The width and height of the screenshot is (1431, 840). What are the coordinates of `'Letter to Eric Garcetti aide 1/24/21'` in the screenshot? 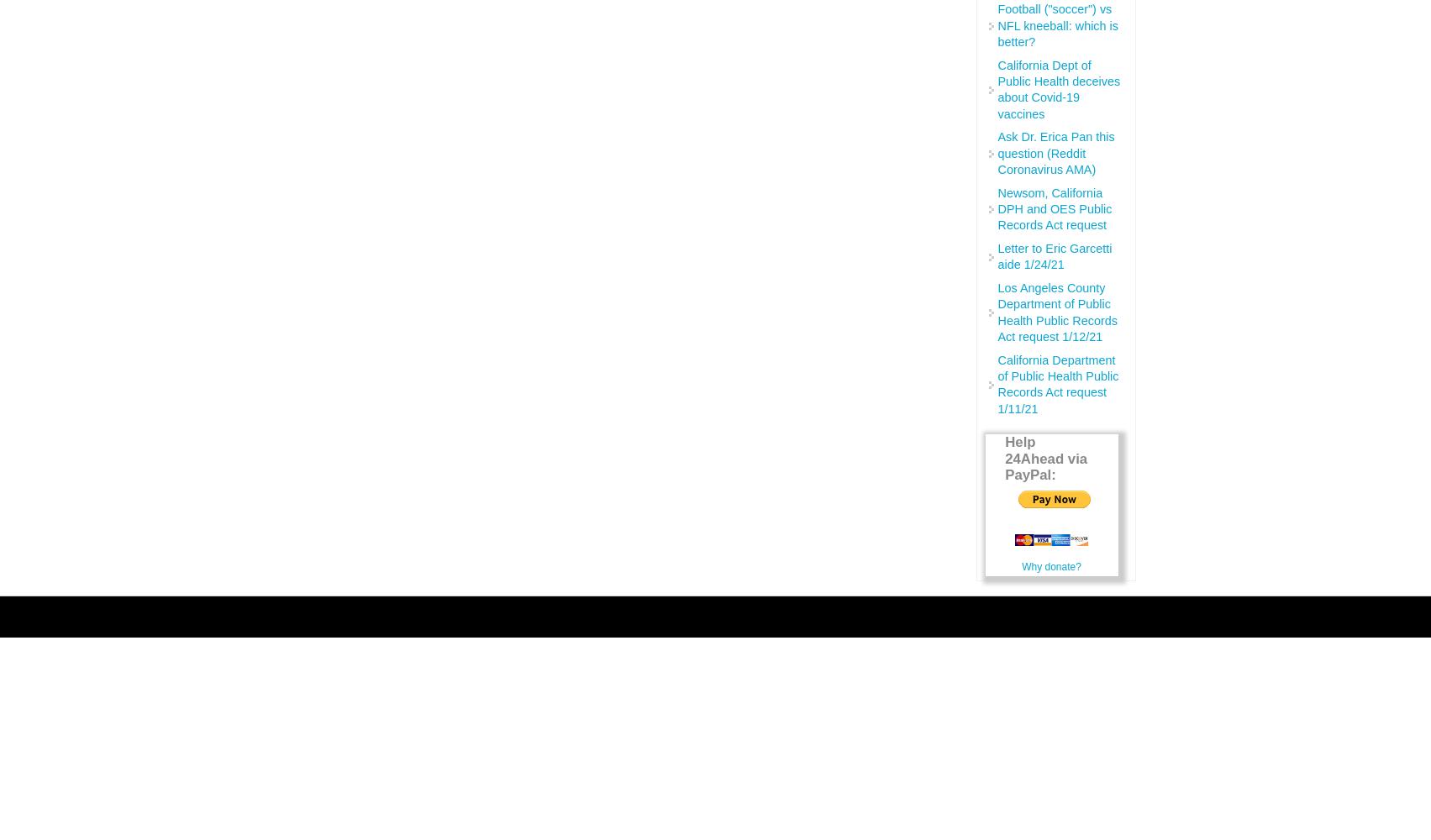 It's located at (1053, 256).